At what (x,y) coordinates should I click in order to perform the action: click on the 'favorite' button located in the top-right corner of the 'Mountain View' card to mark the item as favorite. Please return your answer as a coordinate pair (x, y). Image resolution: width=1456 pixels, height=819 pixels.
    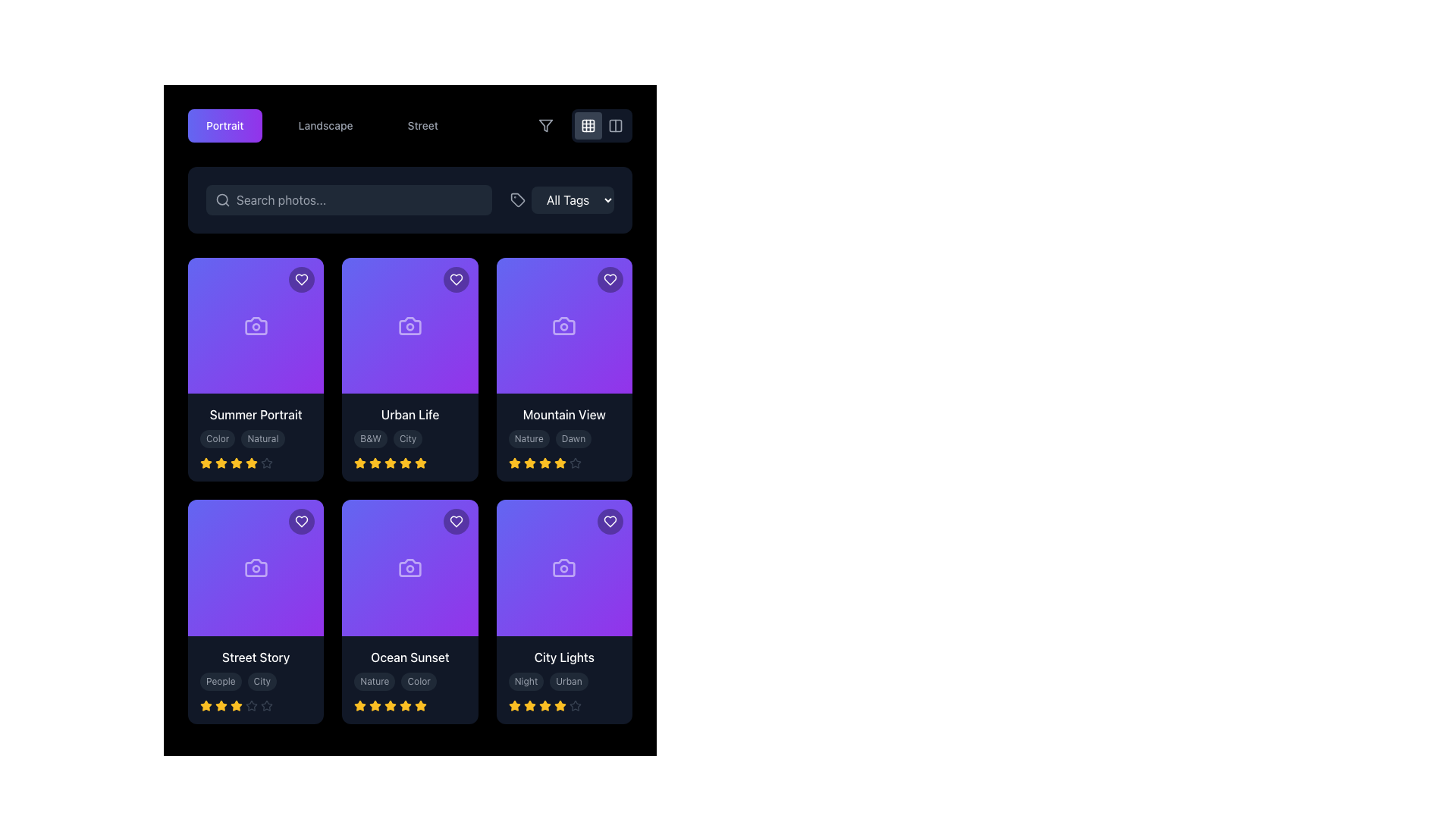
    Looking at the image, I should click on (610, 280).